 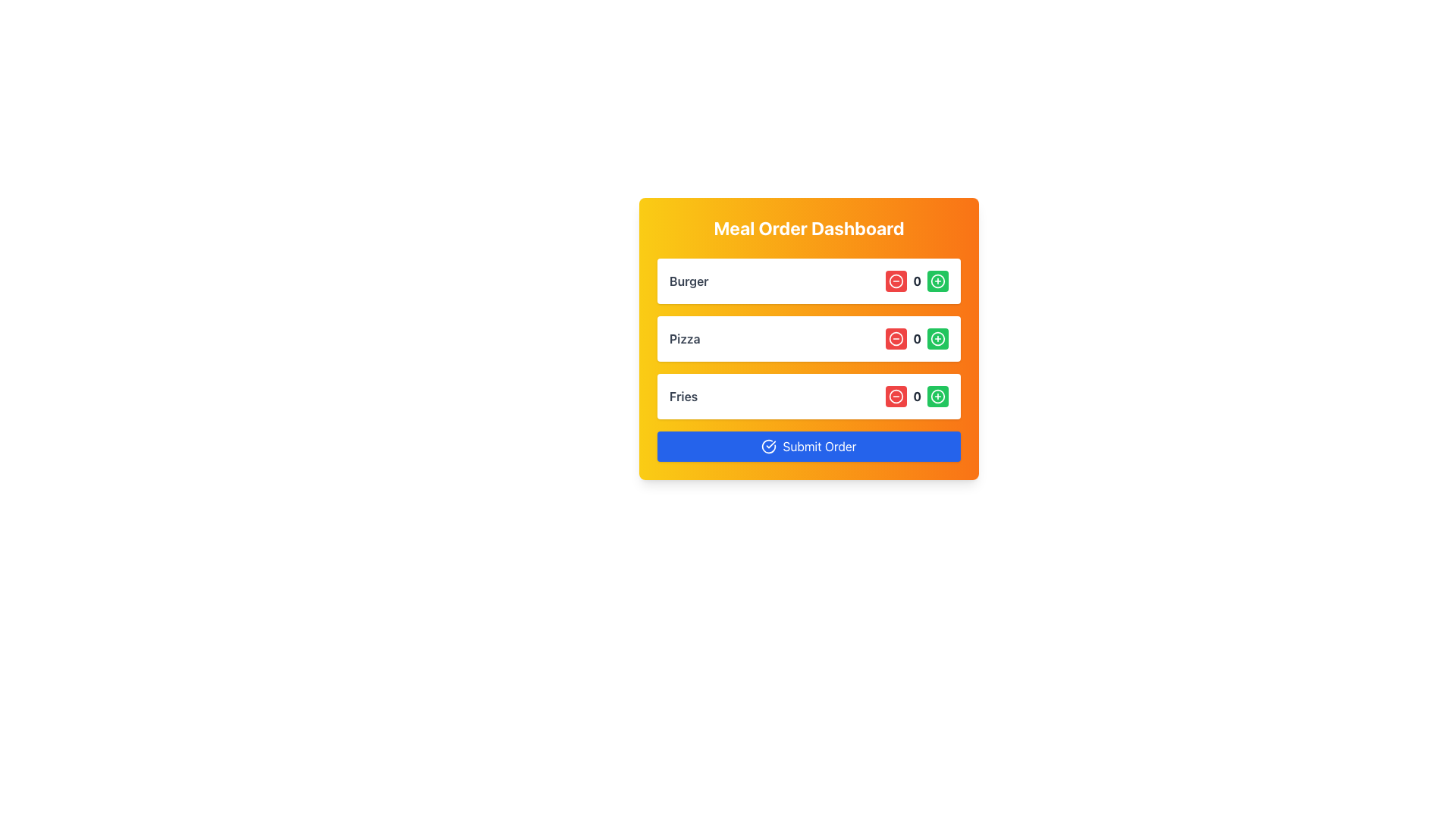 What do you see at coordinates (896, 281) in the screenshot?
I see `the red button with a minus icon, located between the 'Burger' text input field and the green plus button` at bounding box center [896, 281].